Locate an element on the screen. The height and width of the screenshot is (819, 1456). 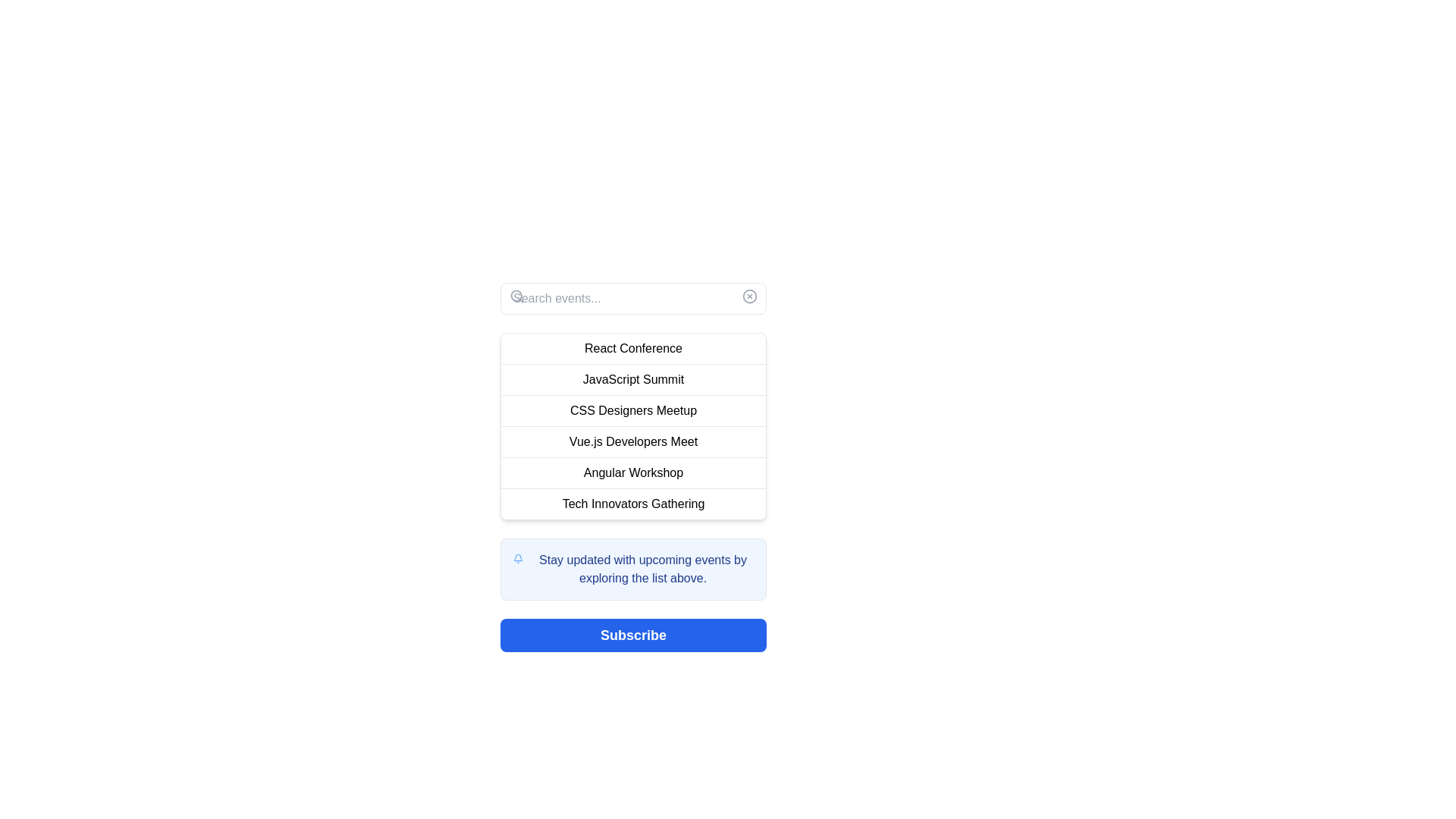
the blue notification box that contains a bell icon and the message 'Stay updated with upcoming events by exploring the list above.' is located at coordinates (633, 570).